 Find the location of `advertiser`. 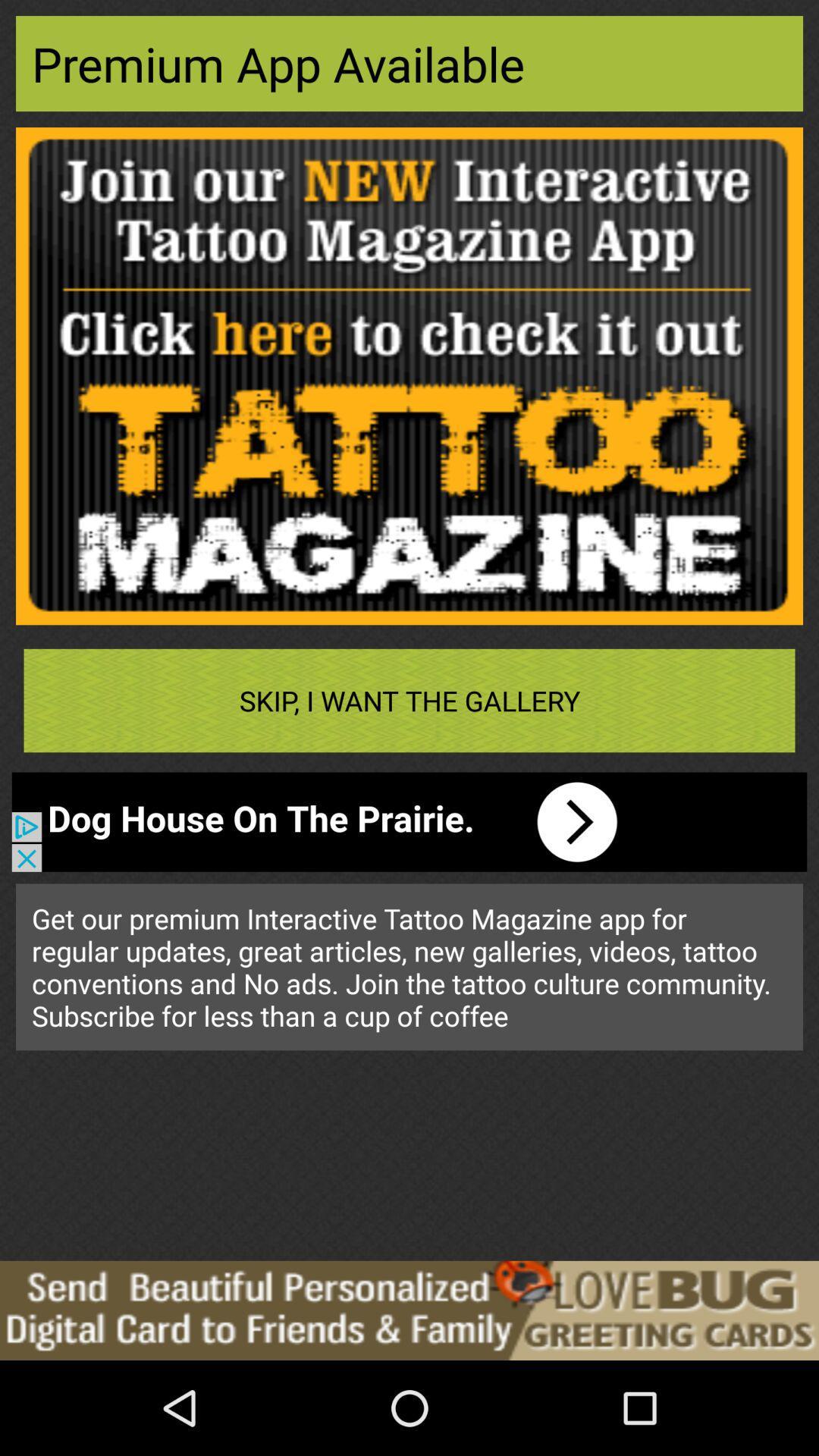

advertiser is located at coordinates (409, 1310).